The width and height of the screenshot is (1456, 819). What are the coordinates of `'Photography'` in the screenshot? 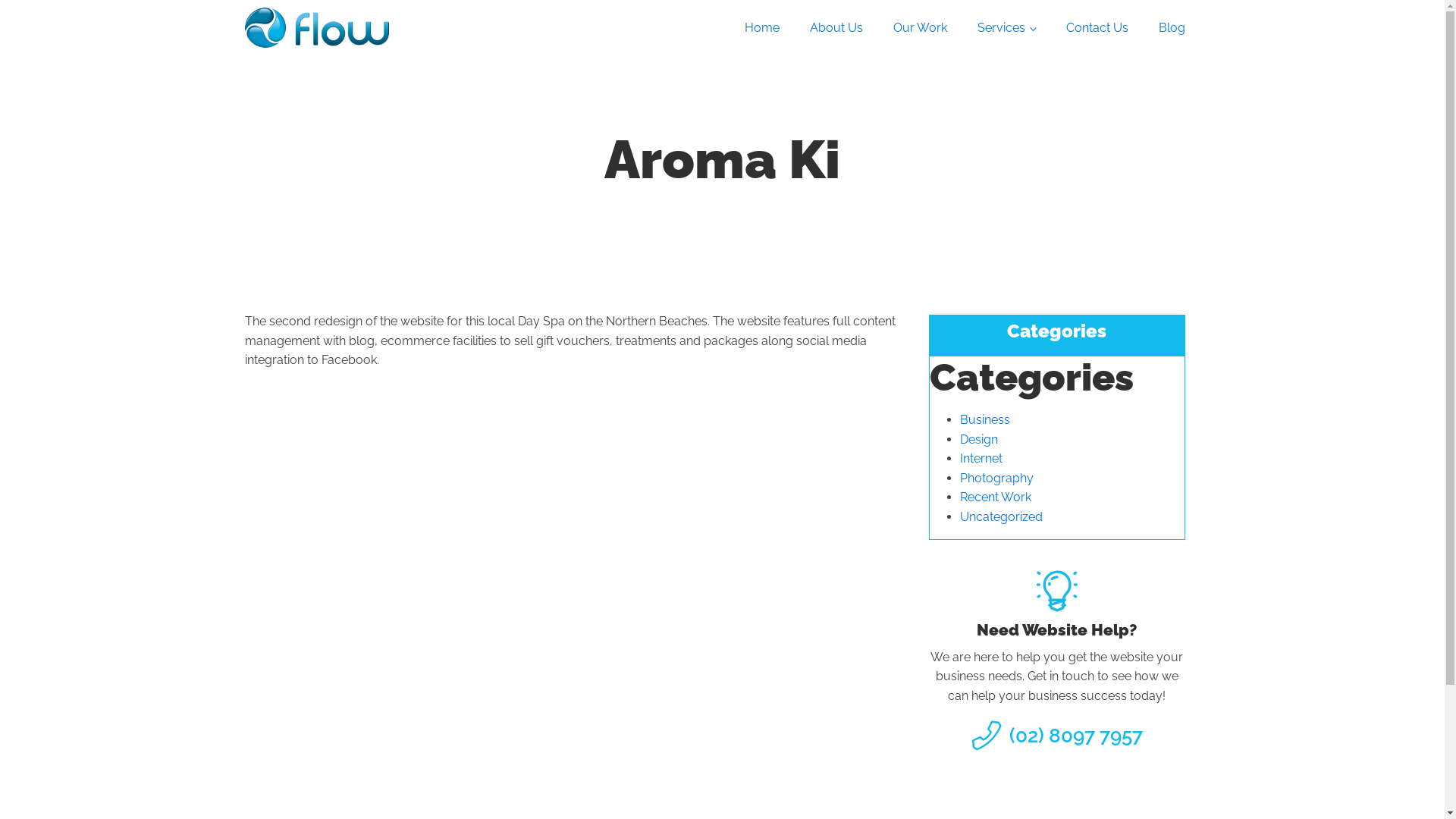 It's located at (996, 478).